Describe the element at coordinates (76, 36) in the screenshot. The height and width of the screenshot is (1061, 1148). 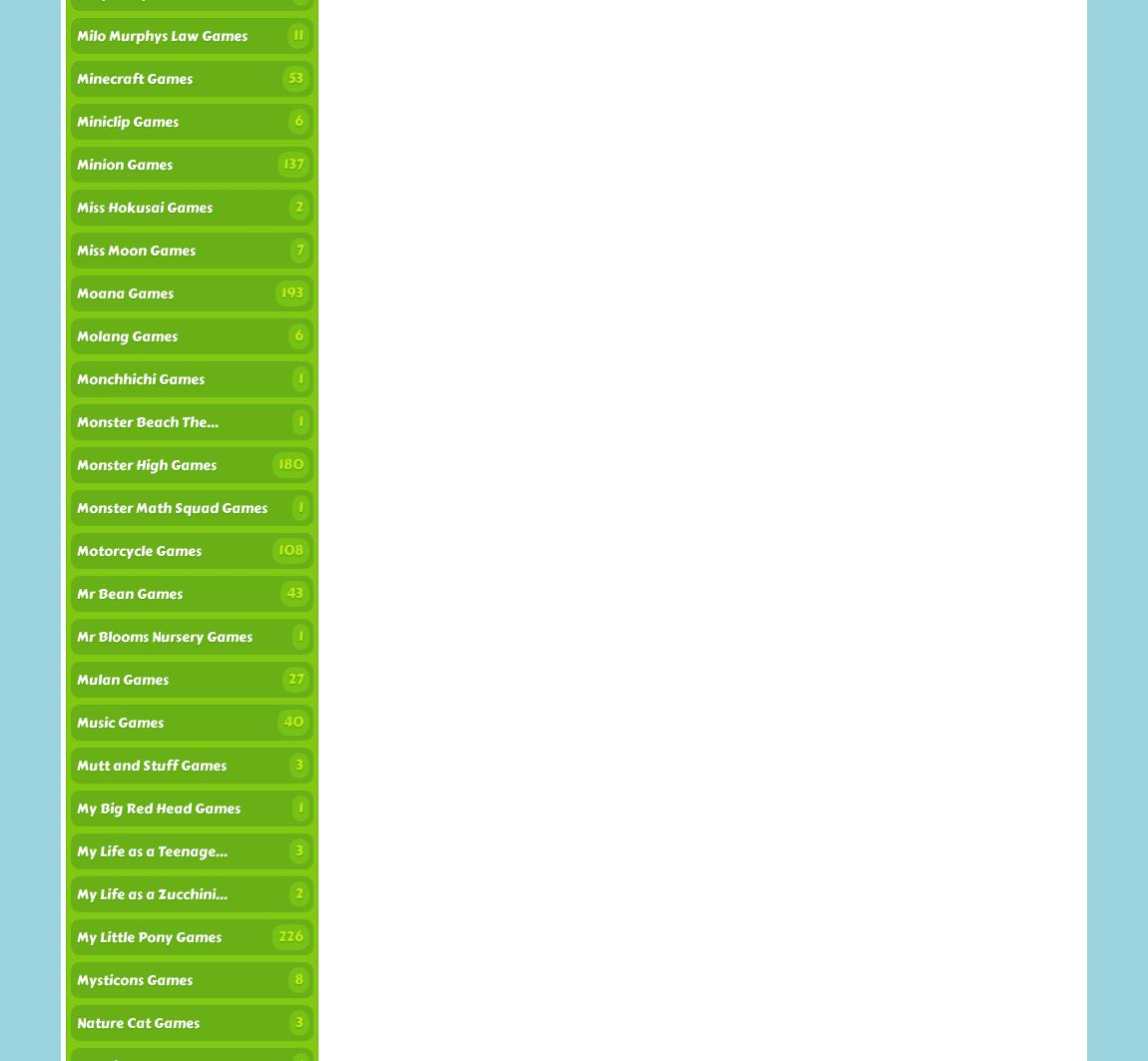
I see `'Milo Murphys Law Games'` at that location.